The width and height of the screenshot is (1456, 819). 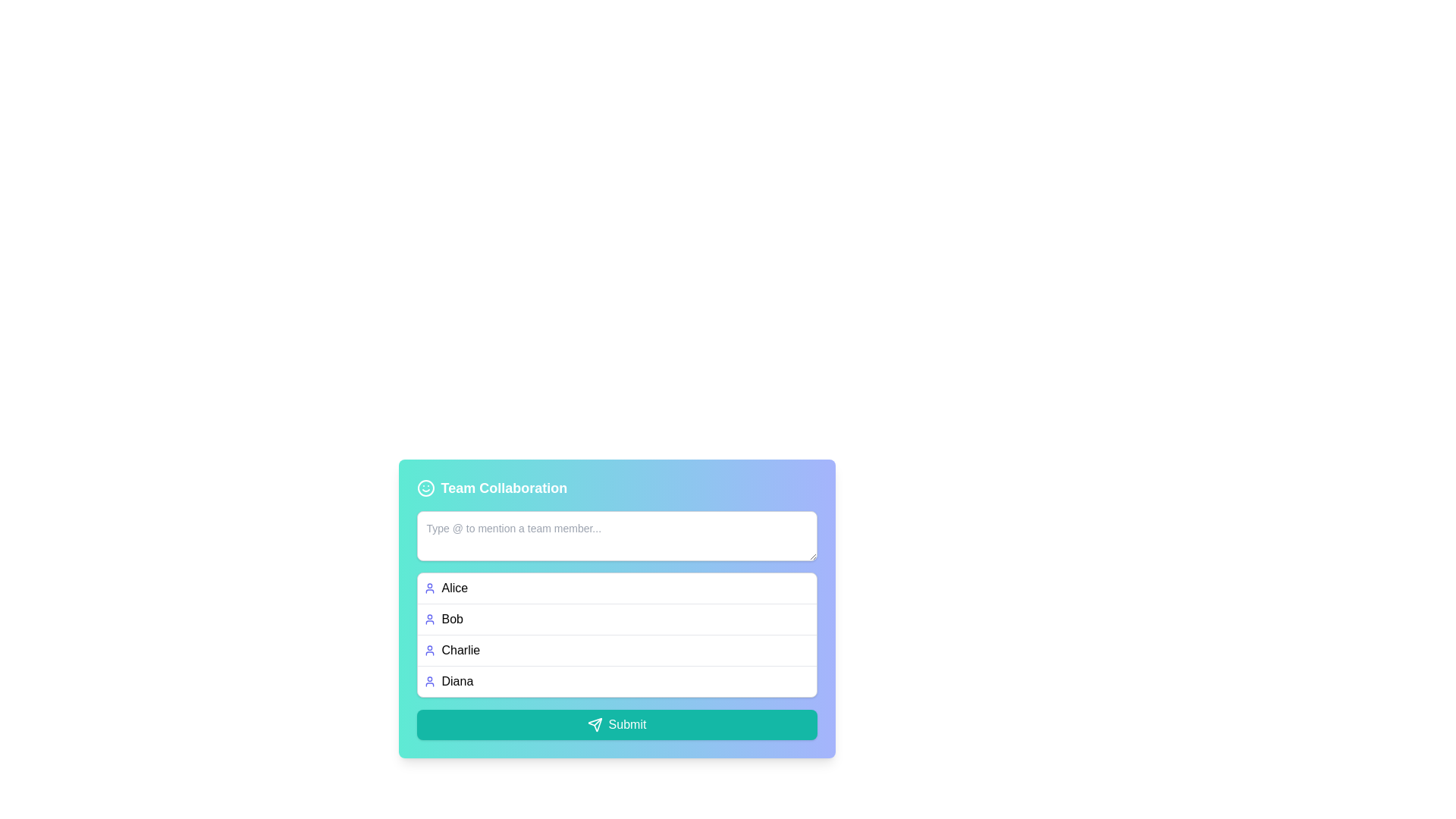 What do you see at coordinates (425, 488) in the screenshot?
I see `the central circular feature of the smiley face icon located on the left side of the header titled 'Team Collaboration'` at bounding box center [425, 488].